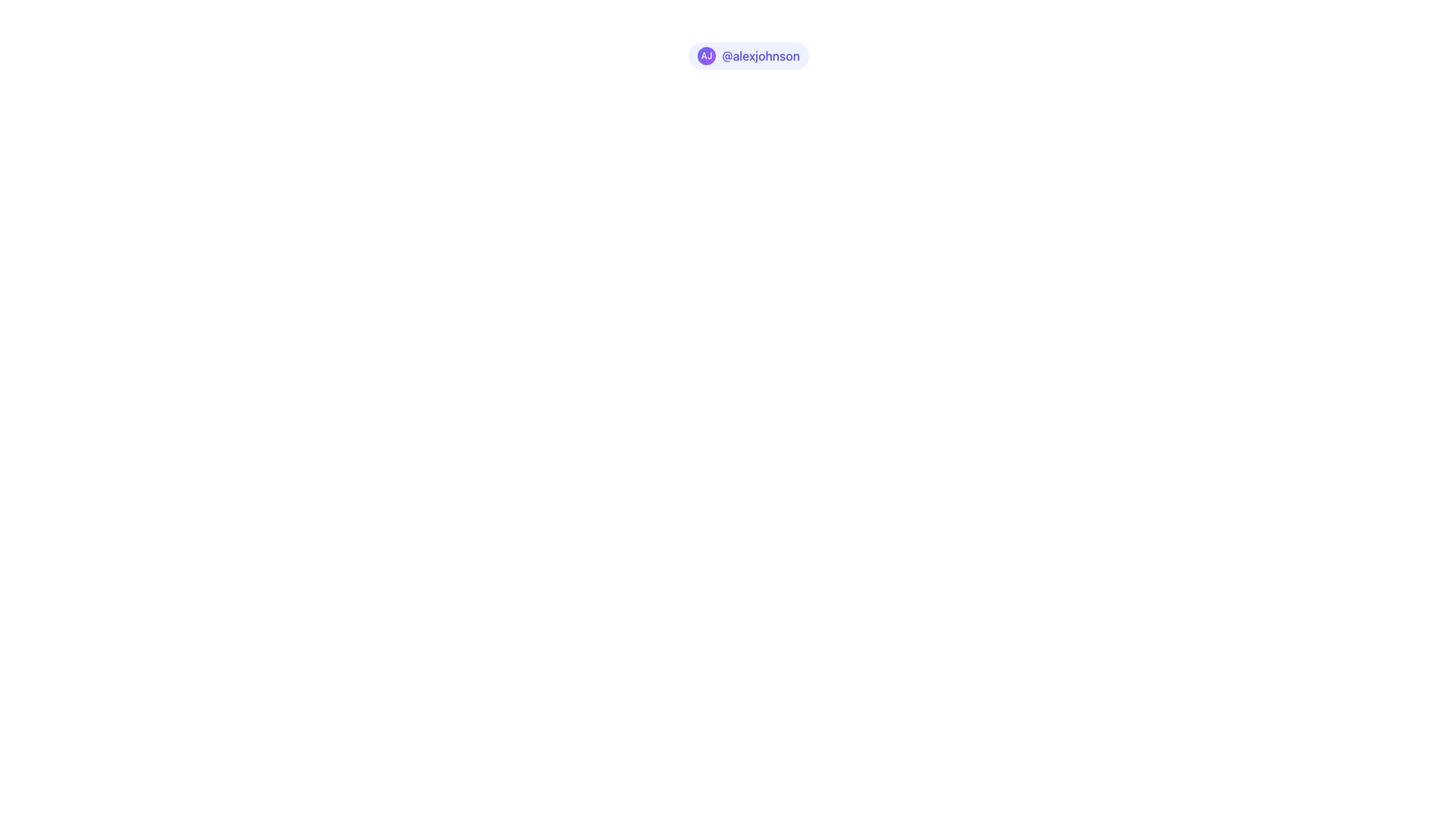  What do you see at coordinates (761, 55) in the screenshot?
I see `the text label displaying the username '@alexjohnson', which is positioned to the far right of an adjacent circle containing the initials 'AJ'` at bounding box center [761, 55].